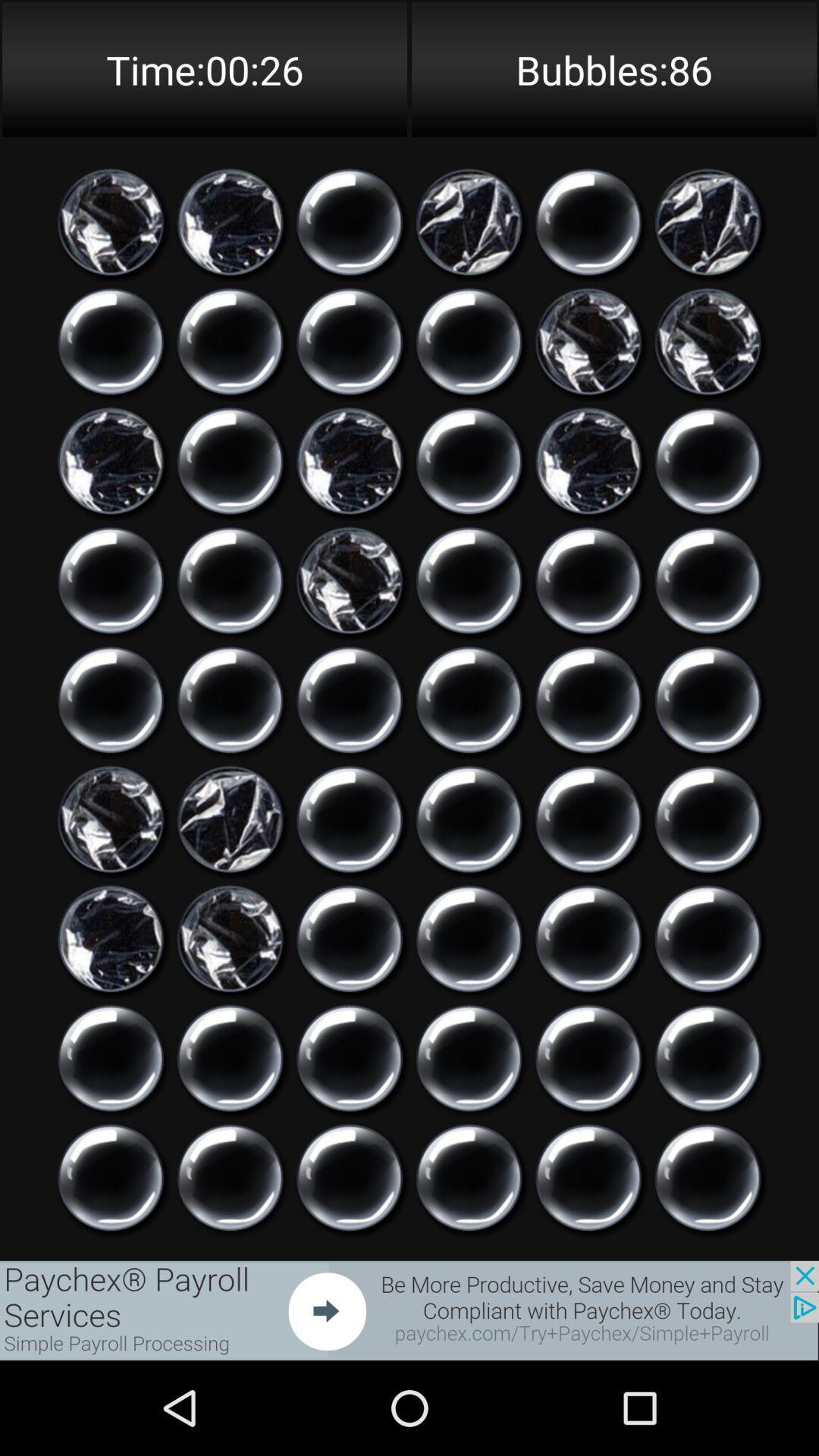 The width and height of the screenshot is (819, 1456). I want to click on the refresh icon, so click(230, 749).